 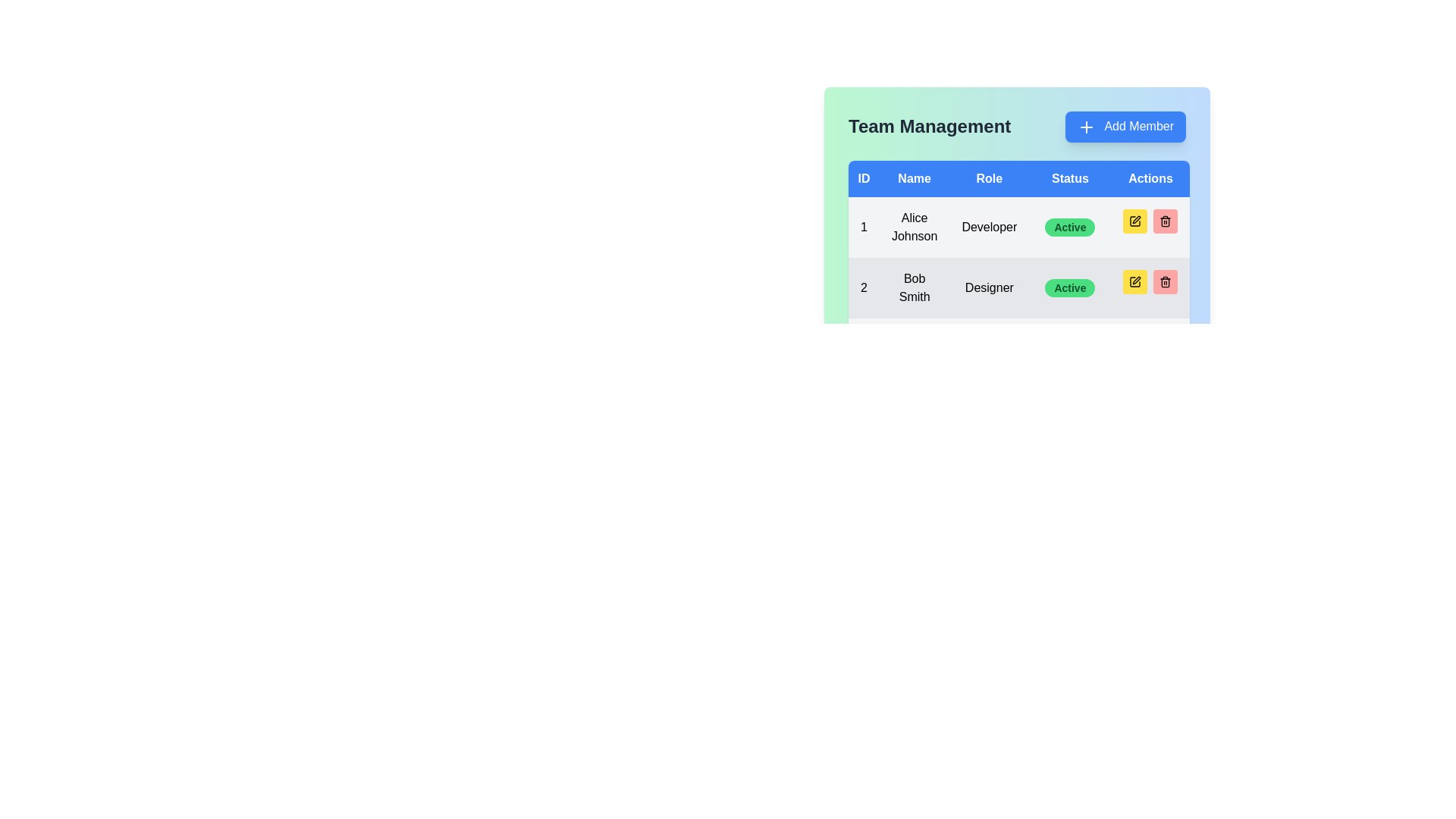 What do you see at coordinates (864, 287) in the screenshot?
I see `the numeric identifier '2' which is styled with a bold font and located within a light gray background row` at bounding box center [864, 287].